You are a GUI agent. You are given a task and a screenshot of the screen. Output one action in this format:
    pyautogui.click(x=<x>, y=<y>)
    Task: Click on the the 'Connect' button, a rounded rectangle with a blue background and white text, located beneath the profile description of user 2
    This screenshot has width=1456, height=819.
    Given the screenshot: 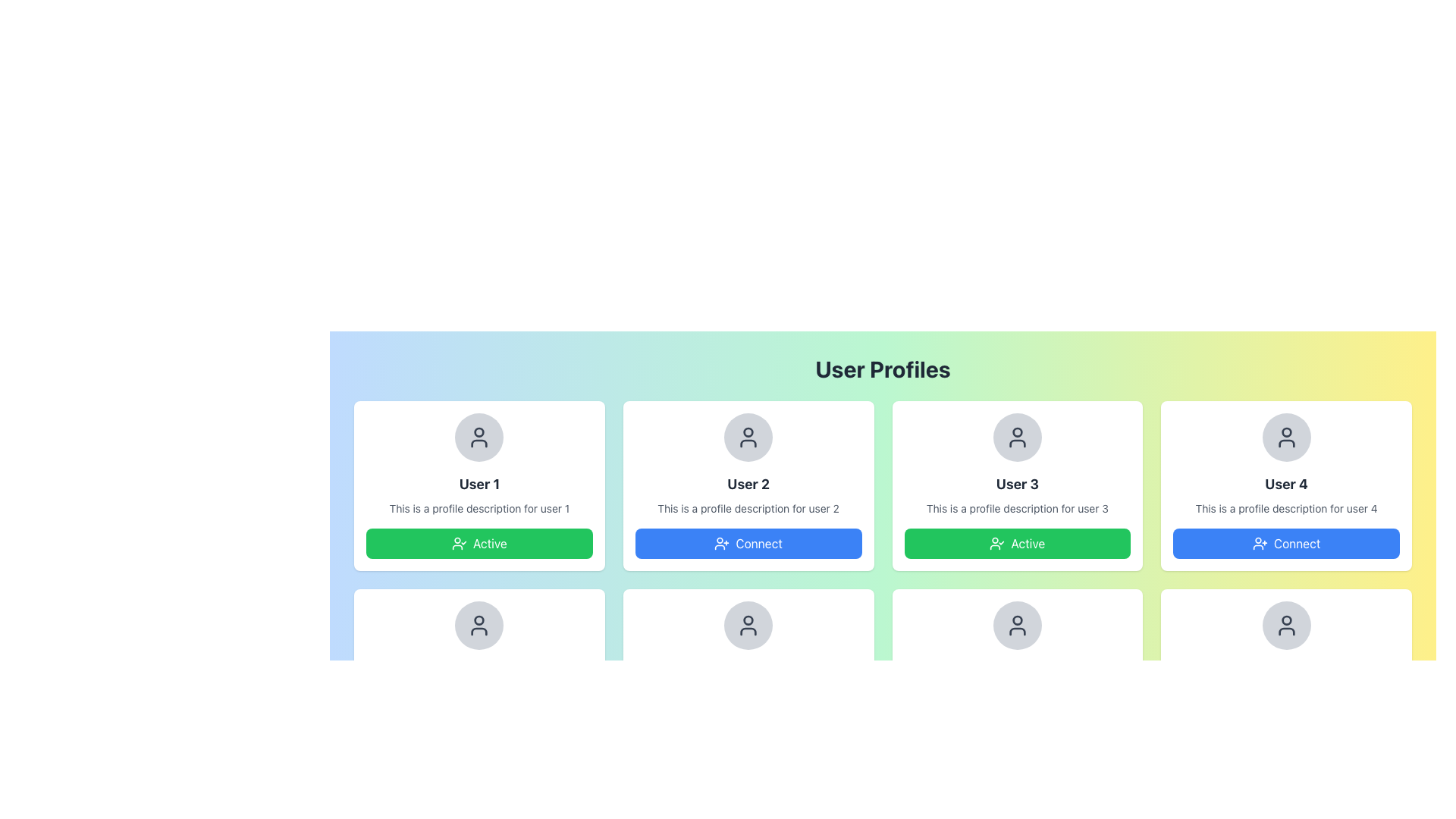 What is the action you would take?
    pyautogui.click(x=748, y=543)
    